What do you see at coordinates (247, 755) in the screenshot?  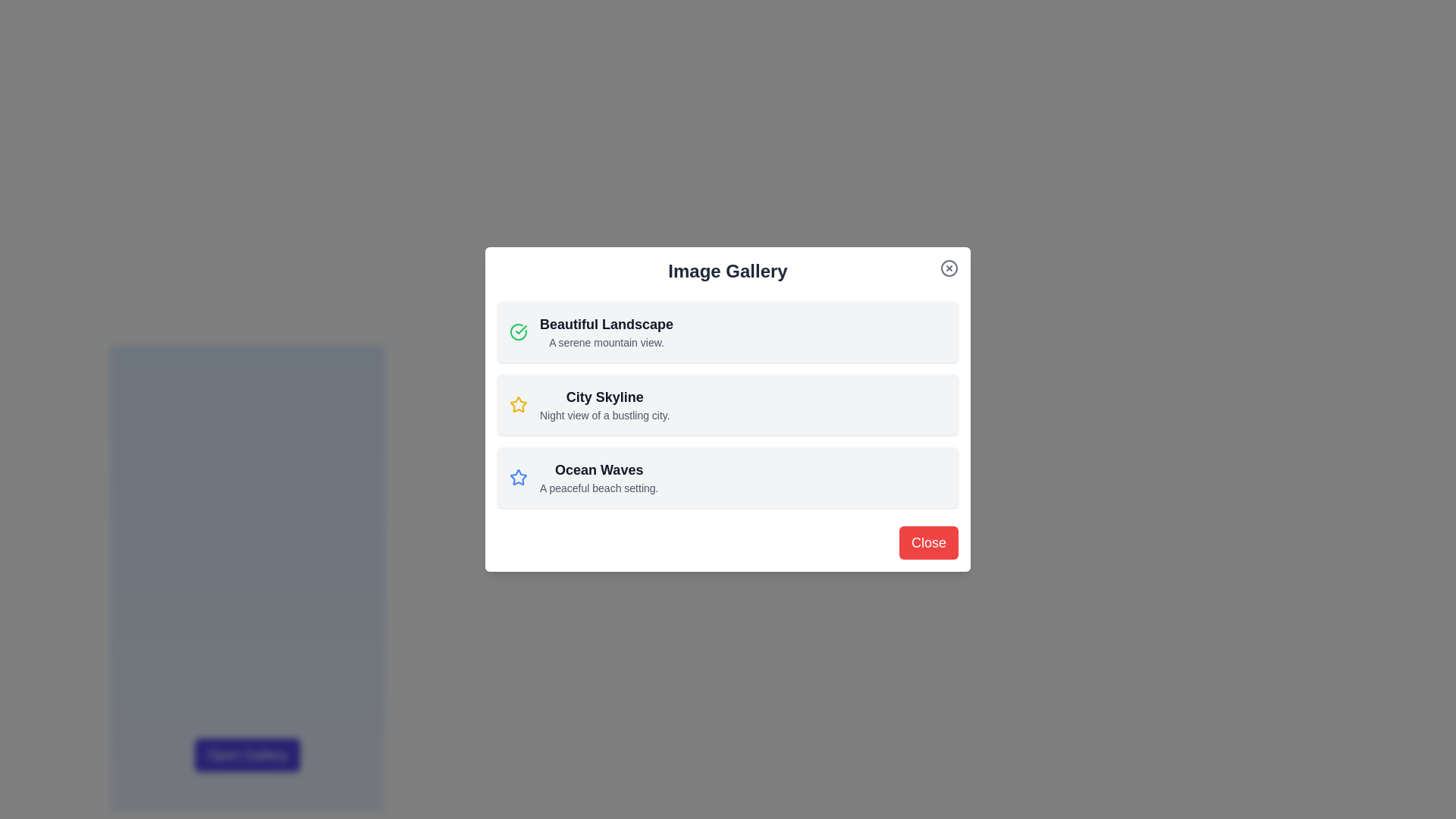 I see `the distinct rectangular button with rounded corners labeled 'Open Gallery', which has a dark indigo background that changes on hover` at bounding box center [247, 755].